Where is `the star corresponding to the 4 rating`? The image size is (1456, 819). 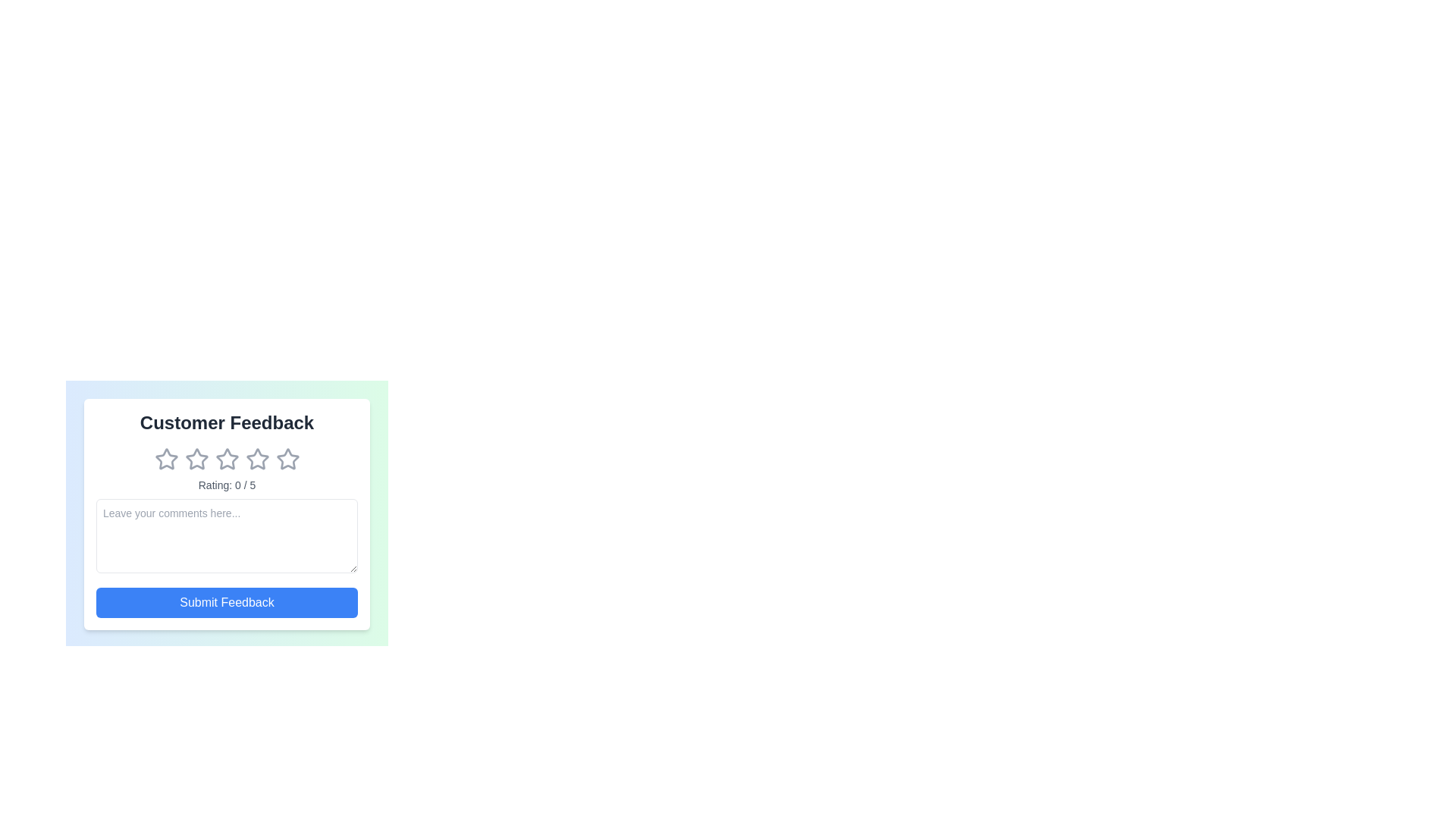
the star corresponding to the 4 rating is located at coordinates (257, 458).